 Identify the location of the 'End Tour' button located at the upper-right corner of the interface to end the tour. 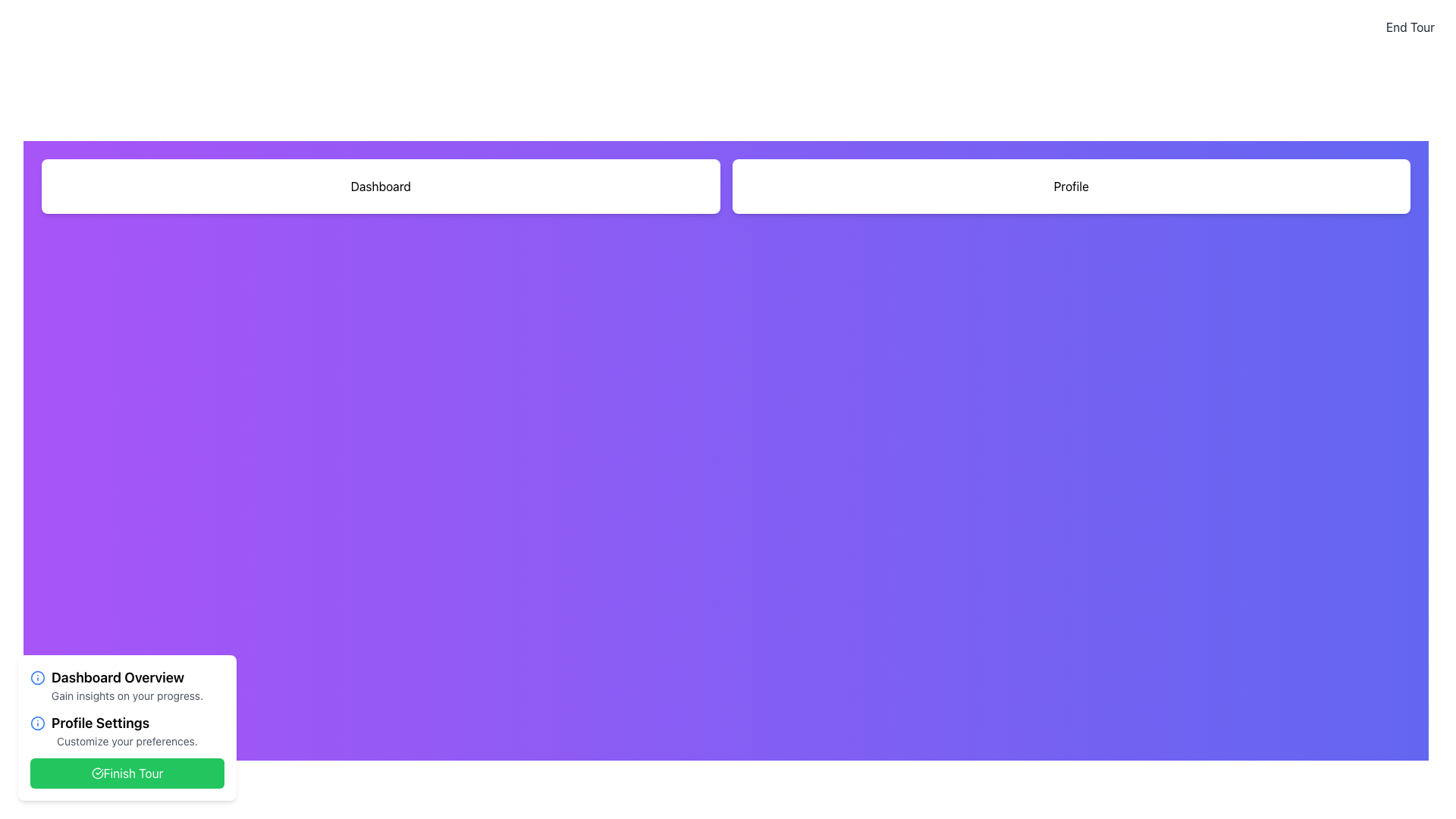
(1409, 27).